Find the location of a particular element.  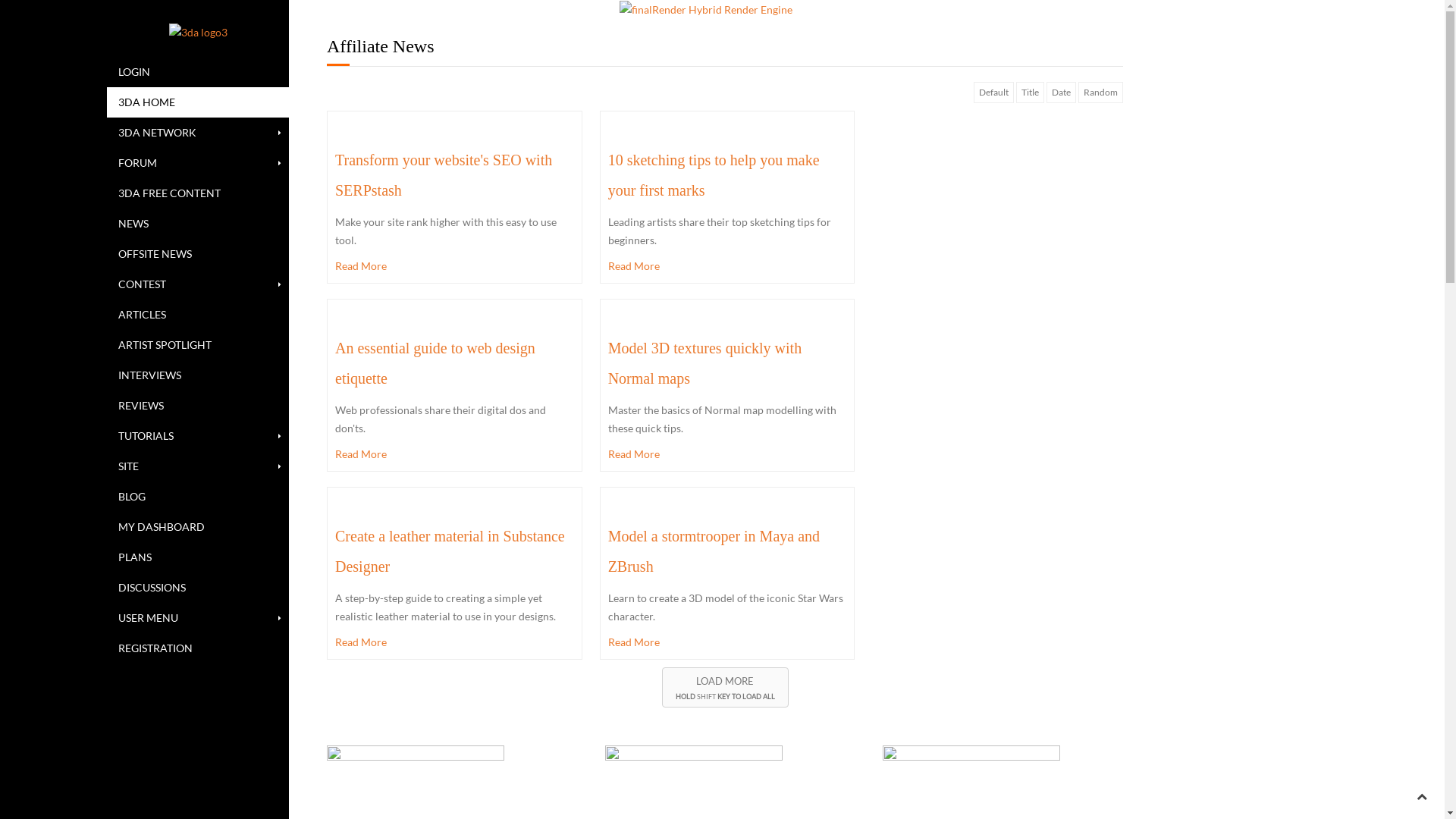

'FORUM' is located at coordinates (196, 163).